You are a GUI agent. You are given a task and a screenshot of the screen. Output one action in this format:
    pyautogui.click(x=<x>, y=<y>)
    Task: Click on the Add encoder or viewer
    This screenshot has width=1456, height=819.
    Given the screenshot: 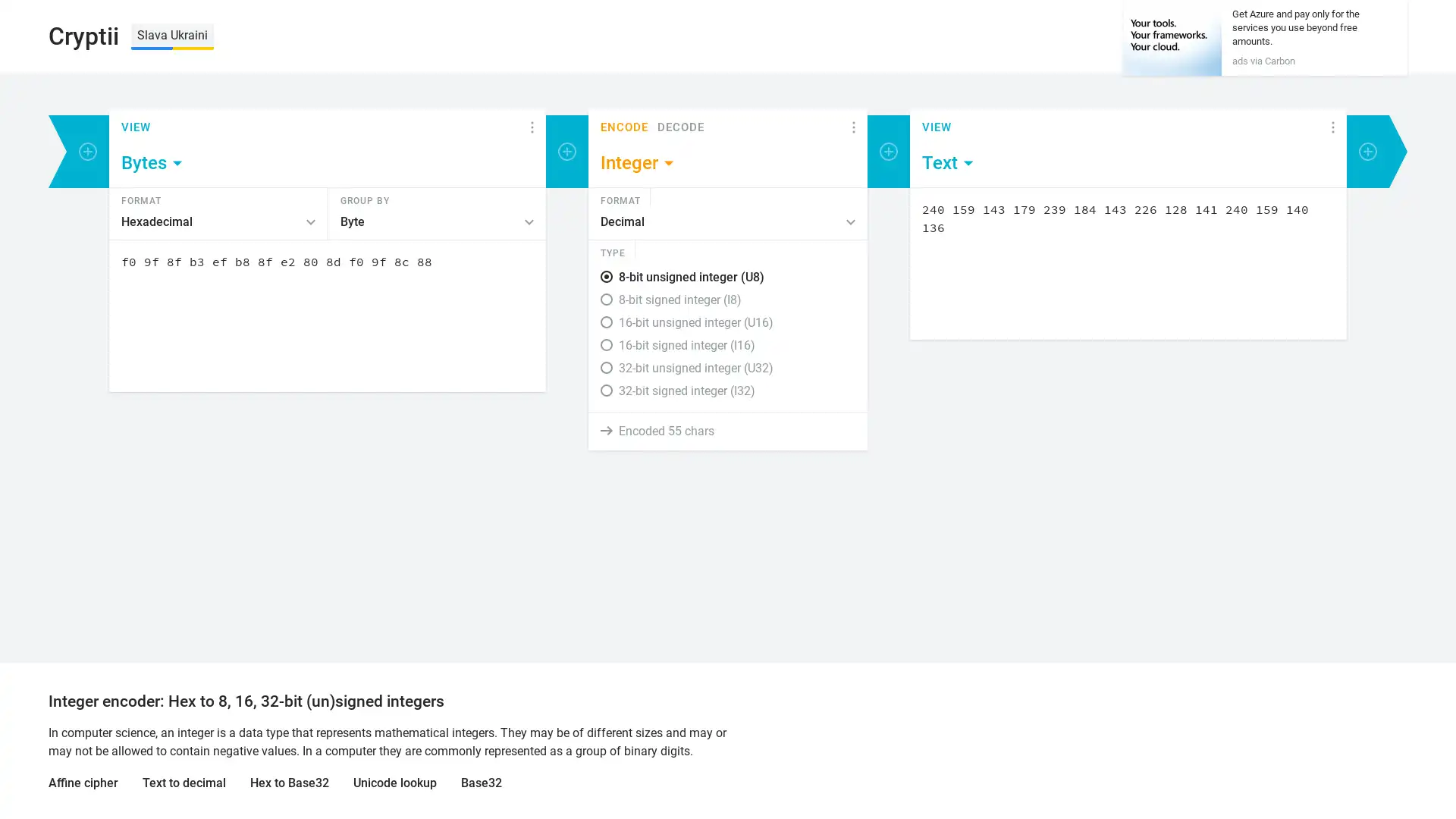 What is the action you would take?
    pyautogui.click(x=566, y=152)
    